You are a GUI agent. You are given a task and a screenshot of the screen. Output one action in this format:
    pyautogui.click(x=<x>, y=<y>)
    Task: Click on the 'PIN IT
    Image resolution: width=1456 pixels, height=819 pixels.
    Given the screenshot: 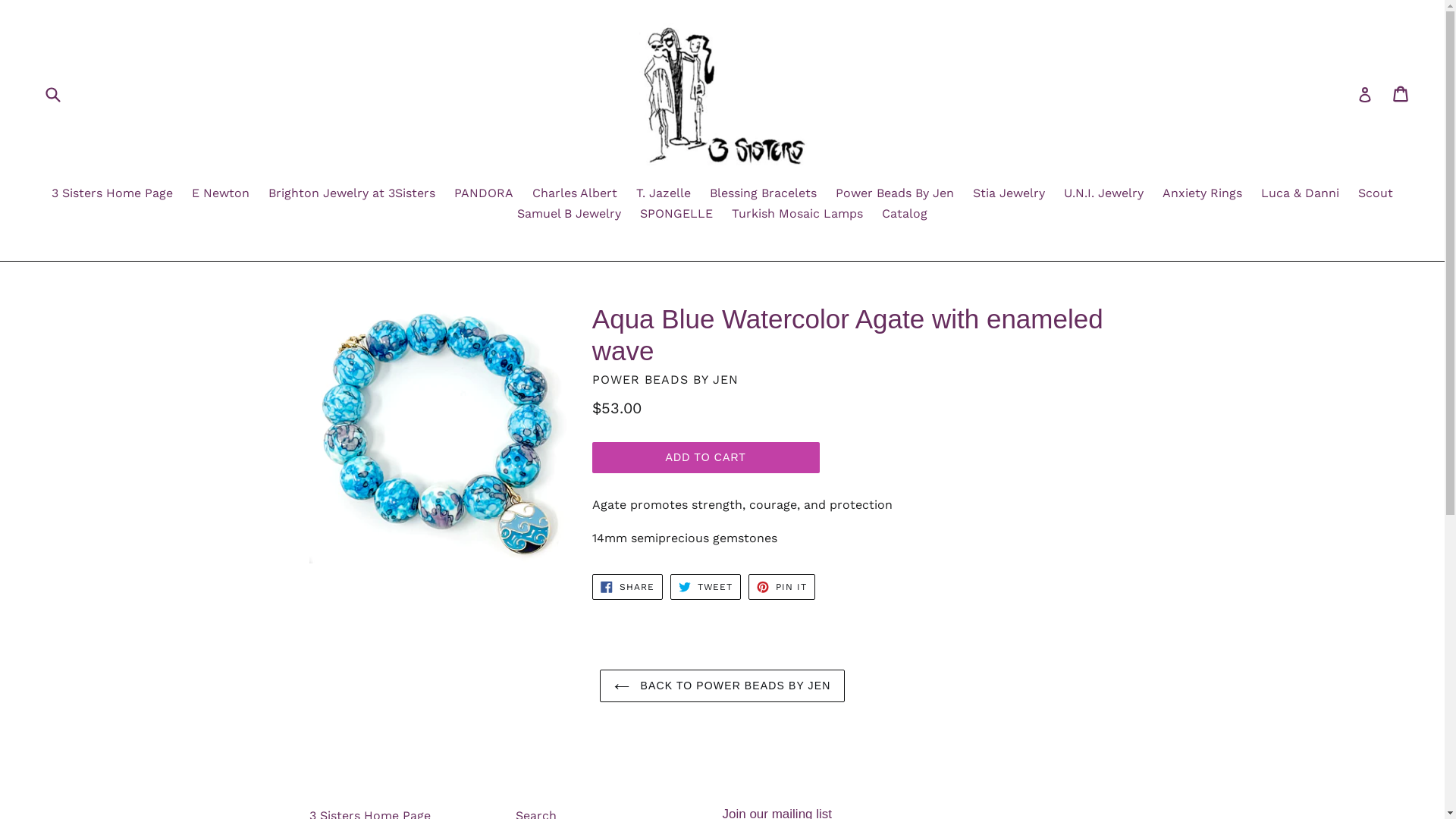 What is the action you would take?
    pyautogui.click(x=782, y=586)
    